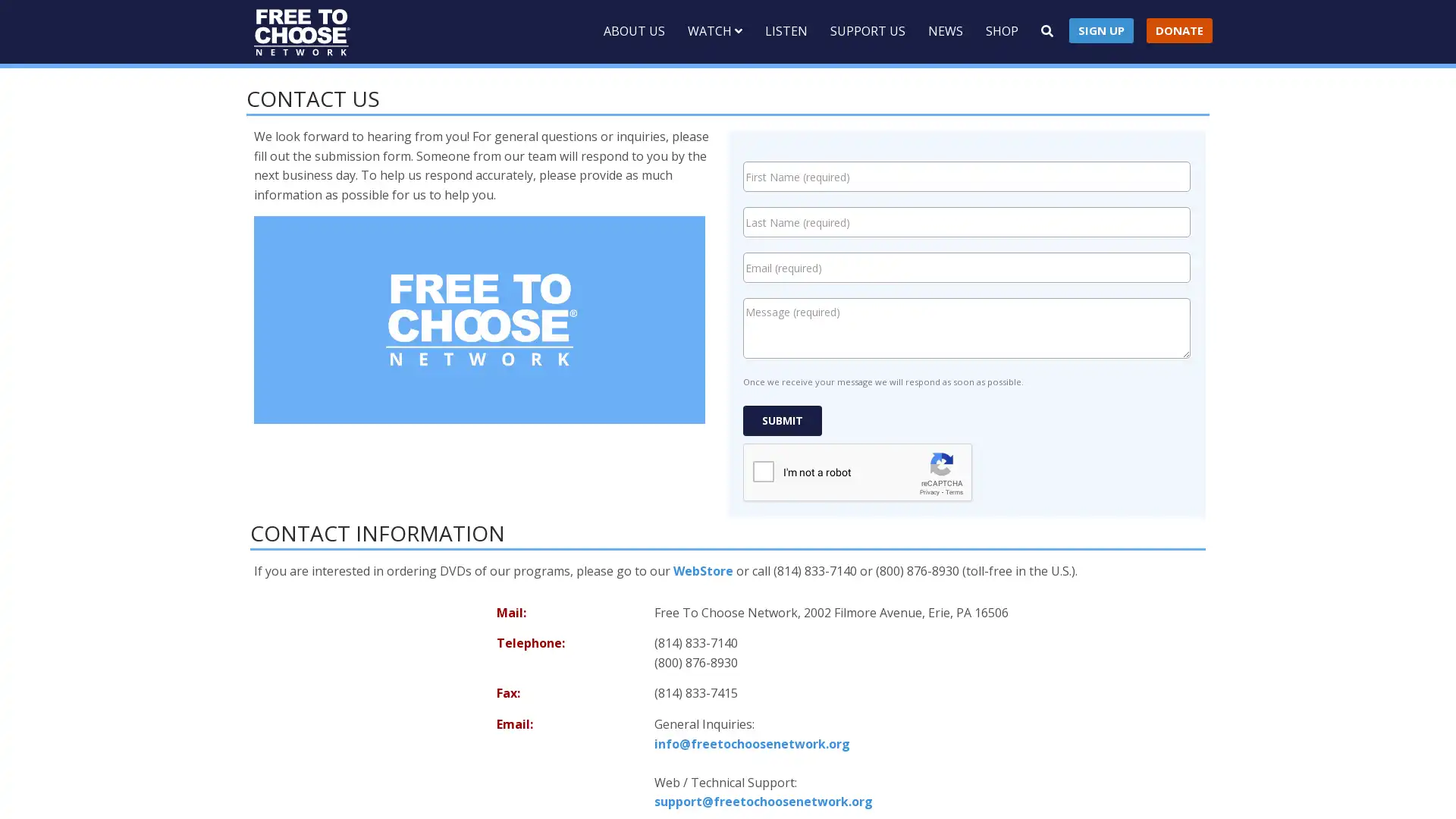  What do you see at coordinates (783, 421) in the screenshot?
I see `Submit` at bounding box center [783, 421].